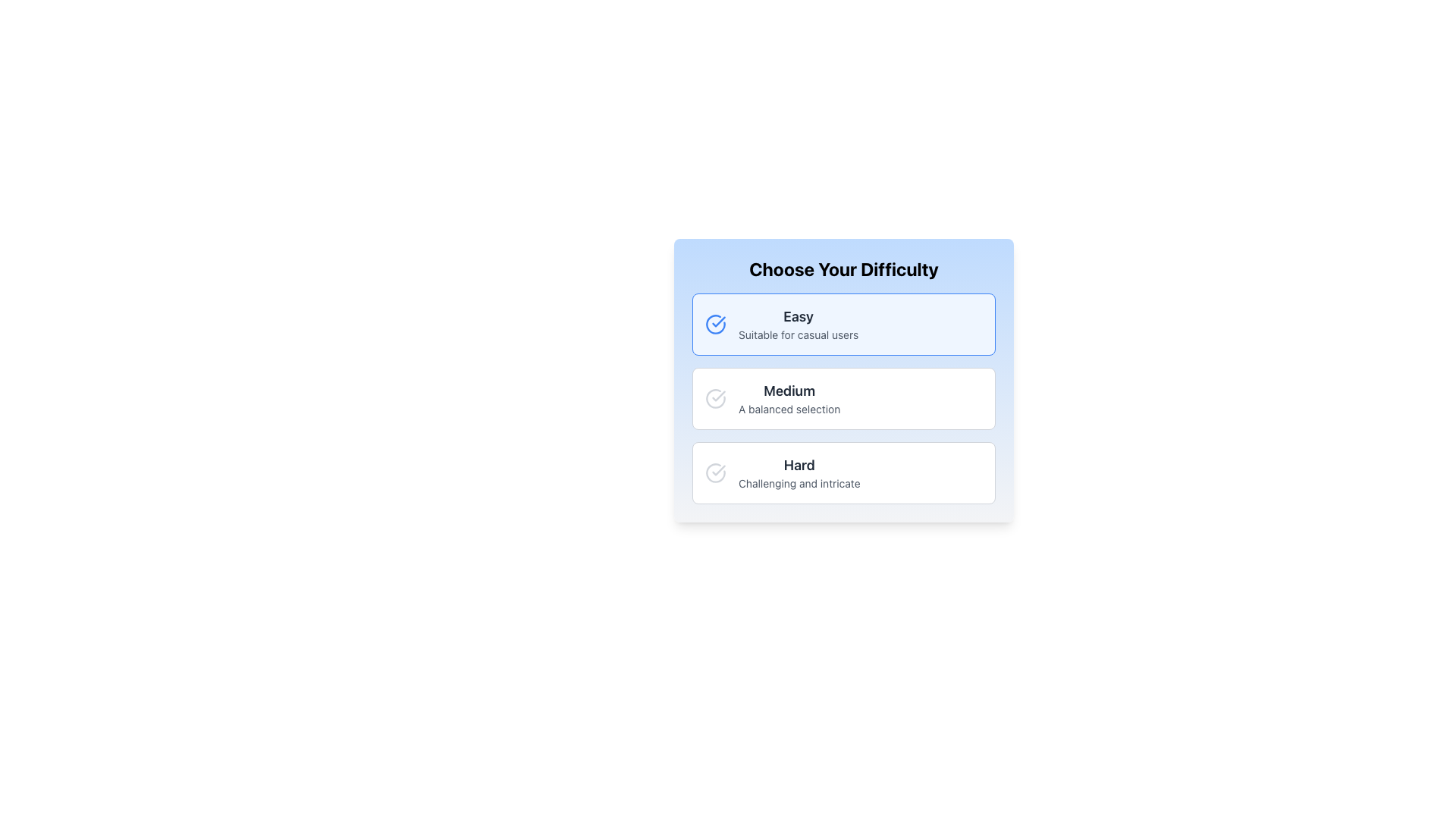 This screenshot has width=1456, height=819. What do you see at coordinates (798, 315) in the screenshot?
I see `the static text label indicating the 'Easy' option in the difficulty selection list, which is located directly under the heading 'Choose Your Difficulty'` at bounding box center [798, 315].